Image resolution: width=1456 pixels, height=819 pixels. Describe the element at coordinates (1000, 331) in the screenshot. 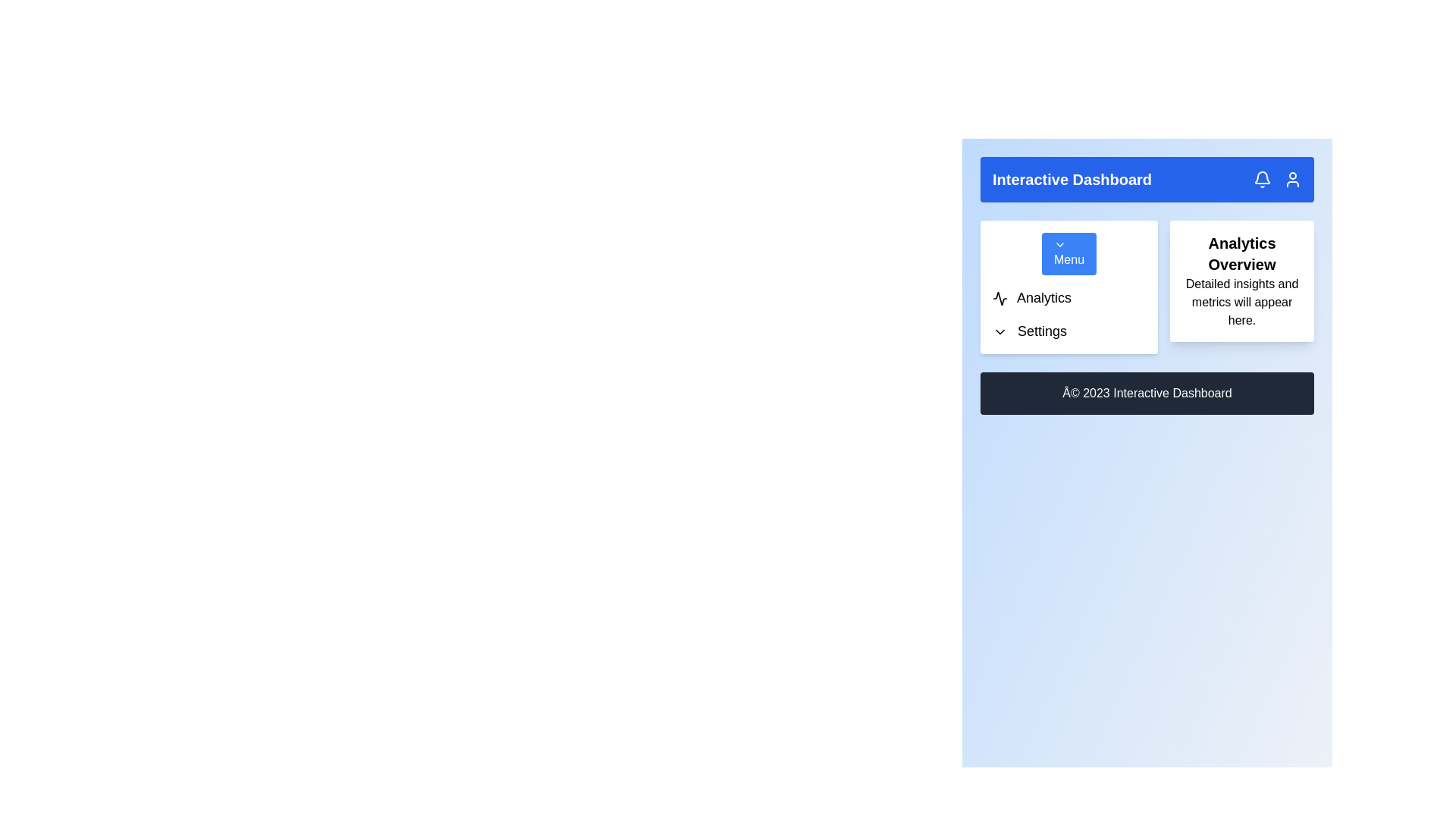

I see `the downward pointing arrow icon of the dropdown indicator located to the left of the 'Settings' text` at that location.